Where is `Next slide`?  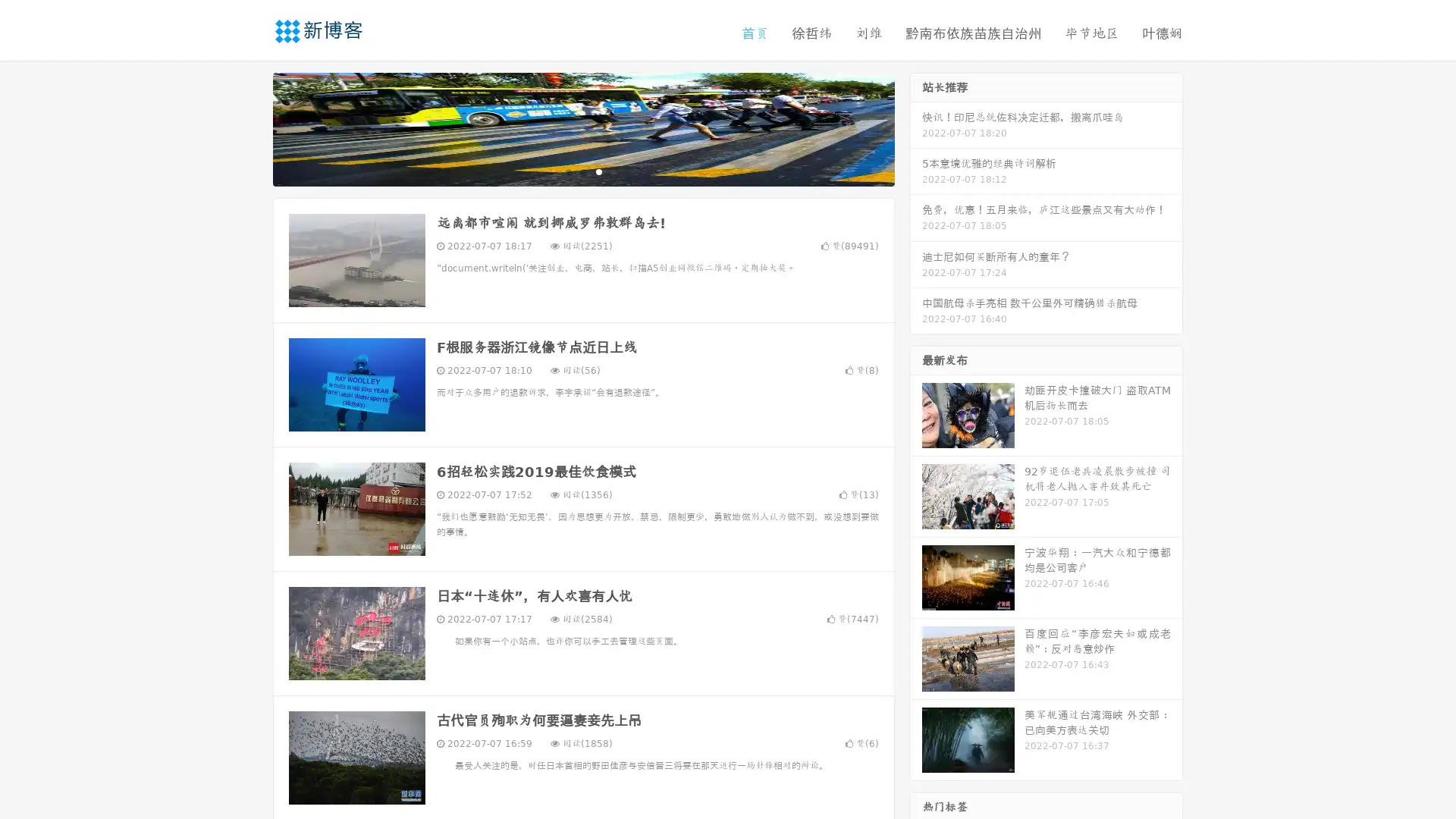
Next slide is located at coordinates (916, 127).